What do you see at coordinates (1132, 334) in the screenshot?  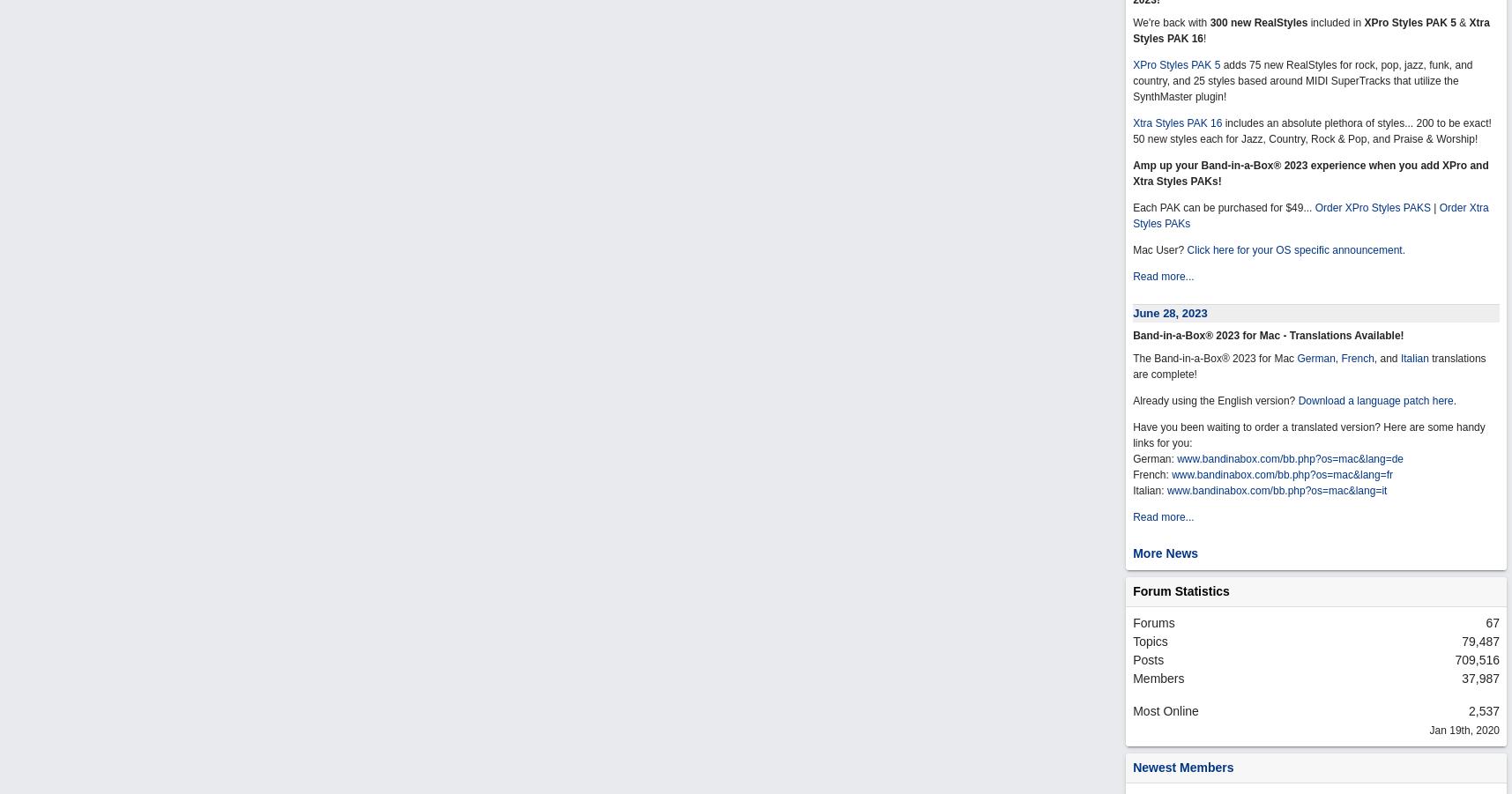 I see `'Band-in-a-Box® 2023 for Mac - Translations Available!'` at bounding box center [1132, 334].